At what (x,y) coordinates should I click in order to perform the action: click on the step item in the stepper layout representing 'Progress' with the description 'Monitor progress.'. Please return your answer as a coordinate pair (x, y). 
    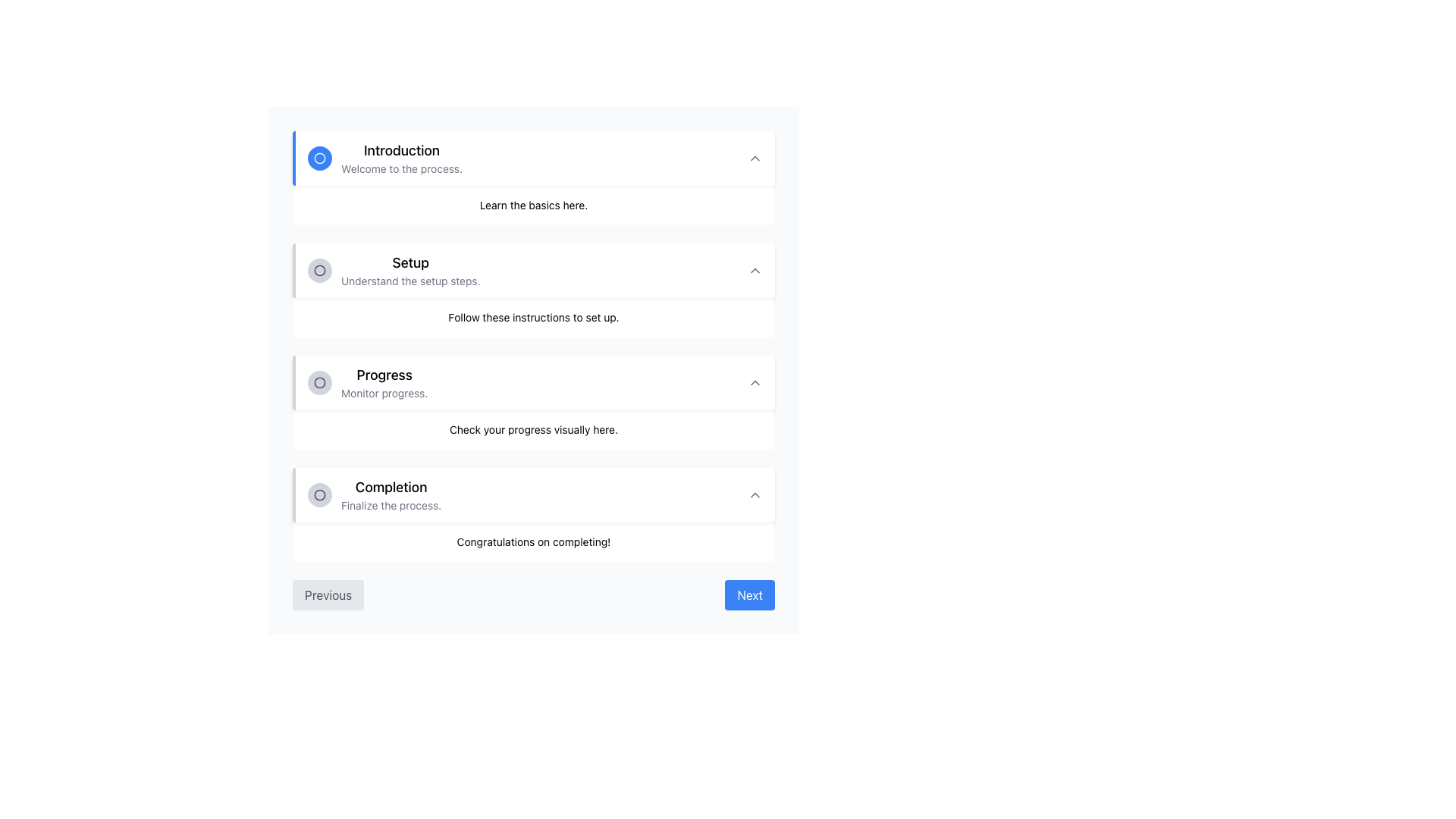
    Looking at the image, I should click on (368, 382).